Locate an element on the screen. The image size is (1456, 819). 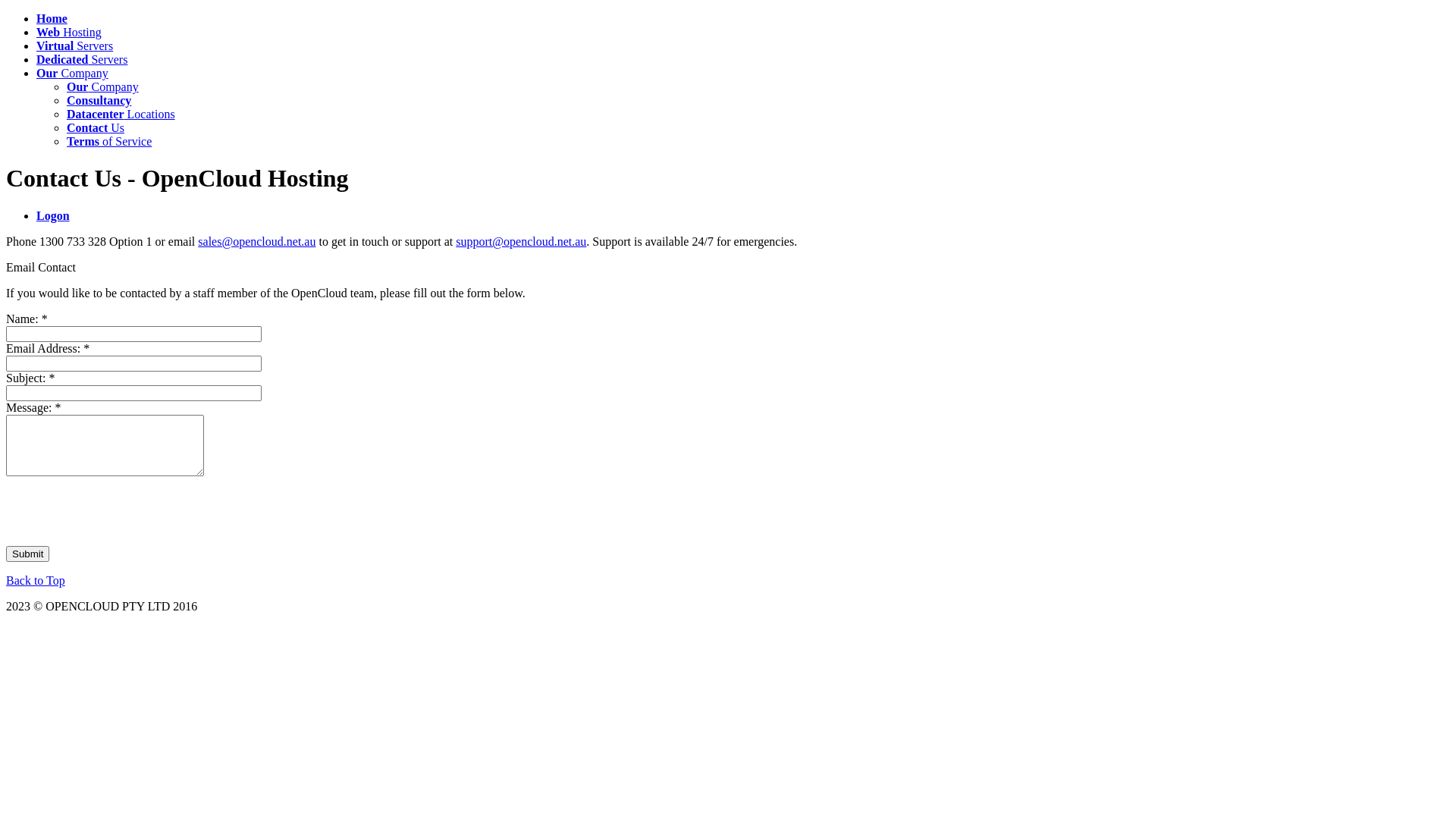
'Web Hosting' is located at coordinates (68, 32).